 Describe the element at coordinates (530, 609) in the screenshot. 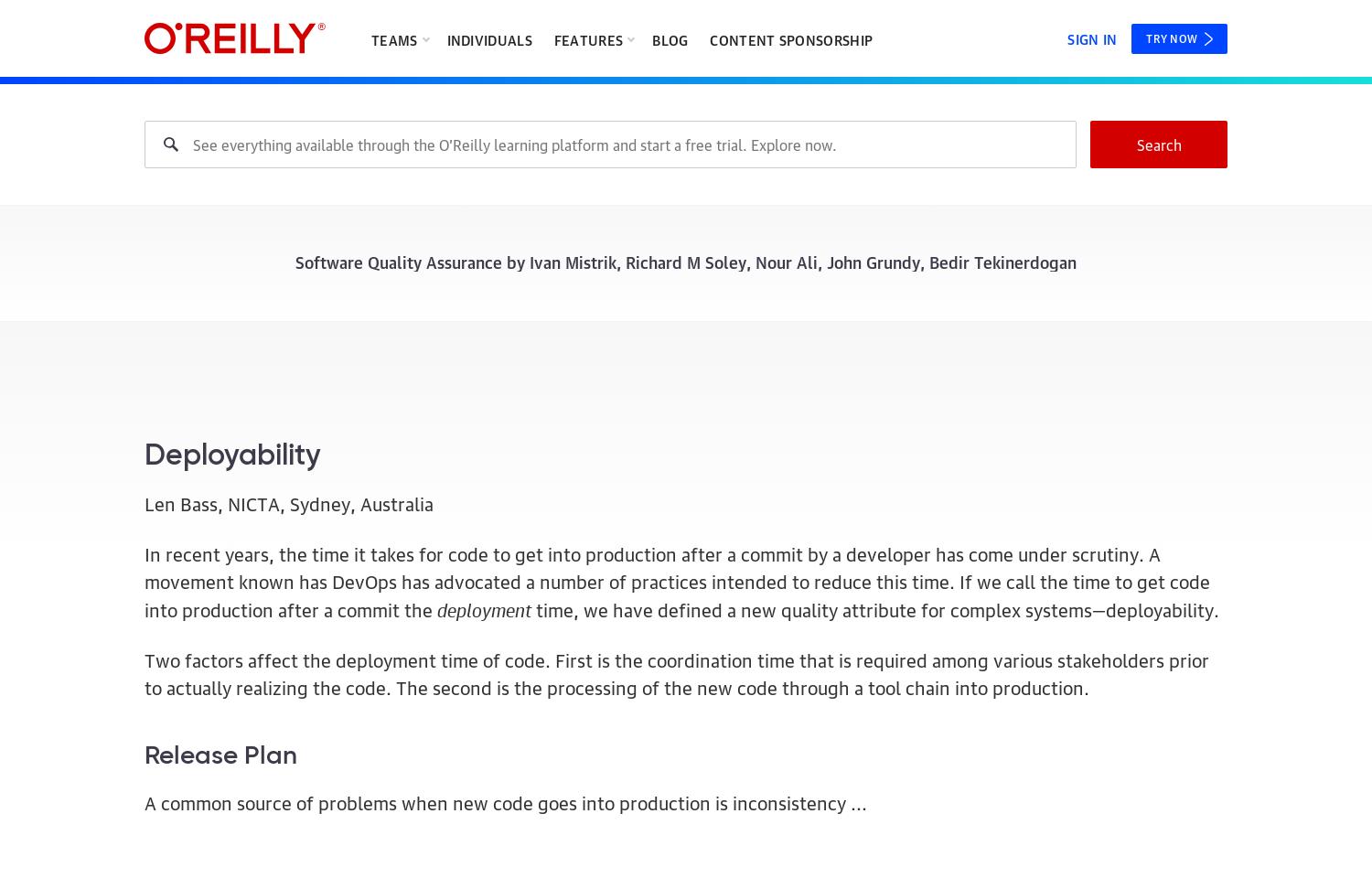

I see `'time, we have defined a new quality attribute for complex systems—deployability.'` at that location.